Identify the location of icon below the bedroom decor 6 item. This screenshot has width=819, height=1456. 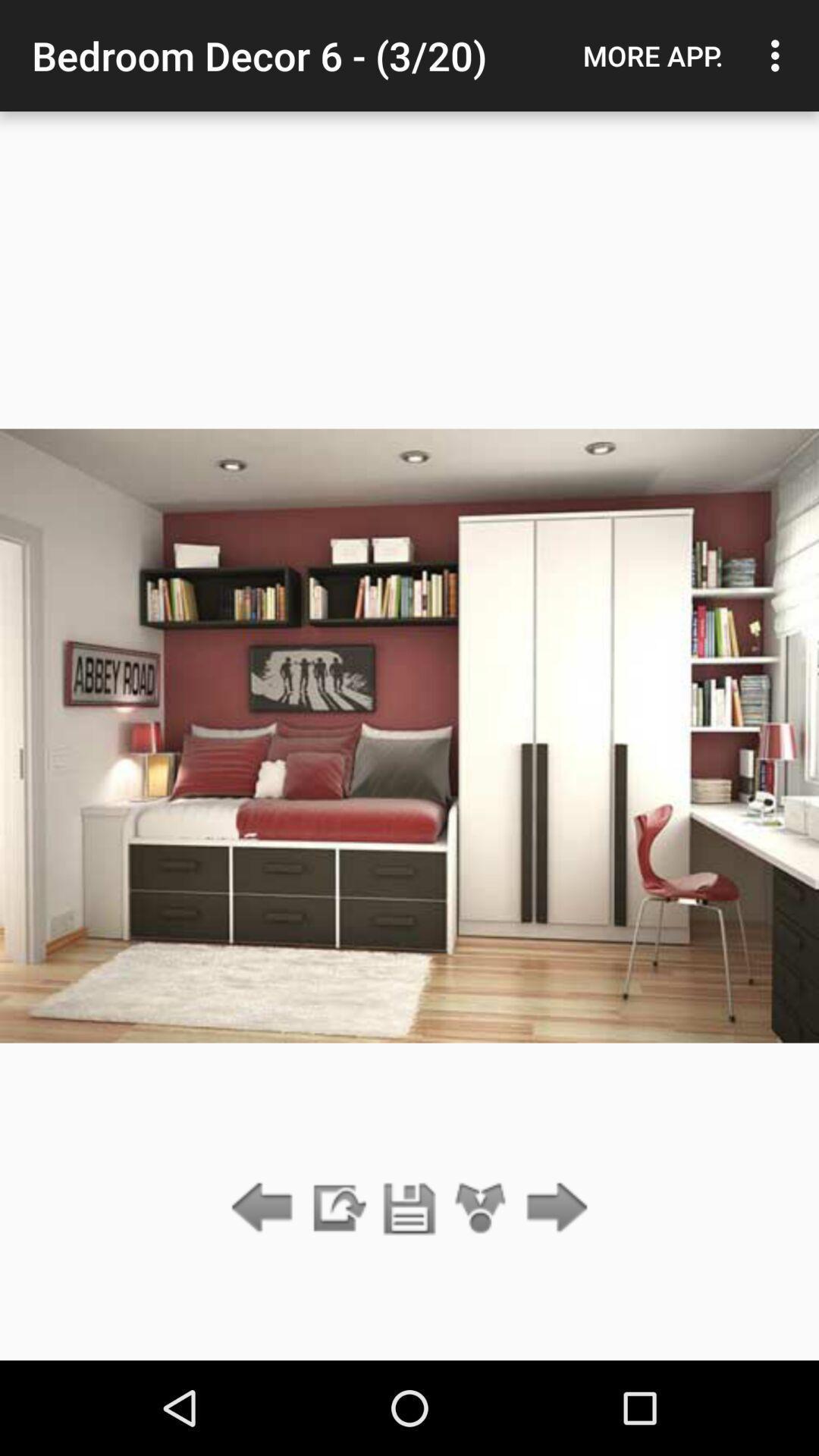
(409, 1208).